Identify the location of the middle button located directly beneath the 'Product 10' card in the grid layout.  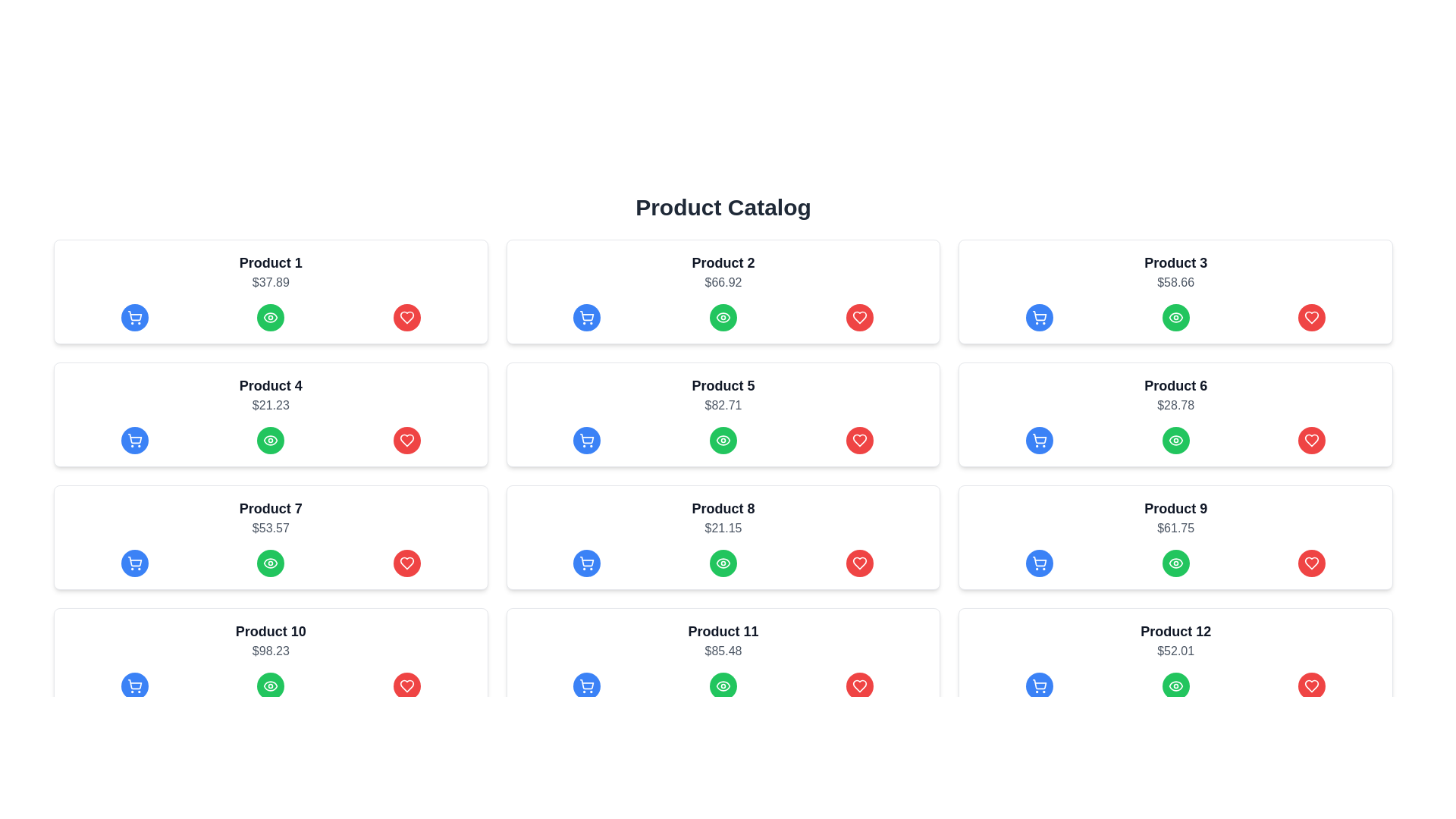
(271, 686).